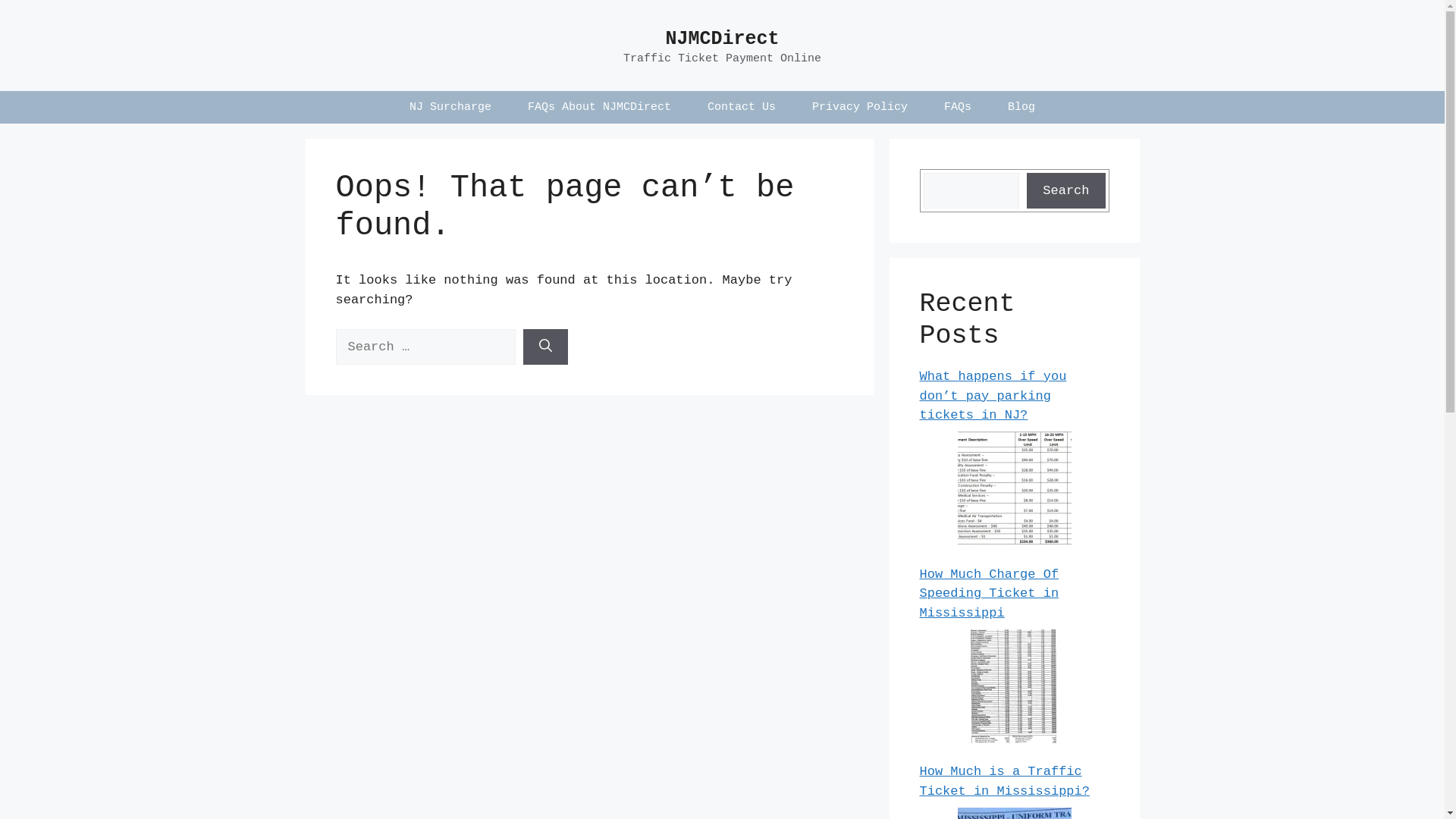 This screenshot has width=1456, height=819. I want to click on 'How Much is a Traffic Ticket in Mississippi?', so click(1004, 781).